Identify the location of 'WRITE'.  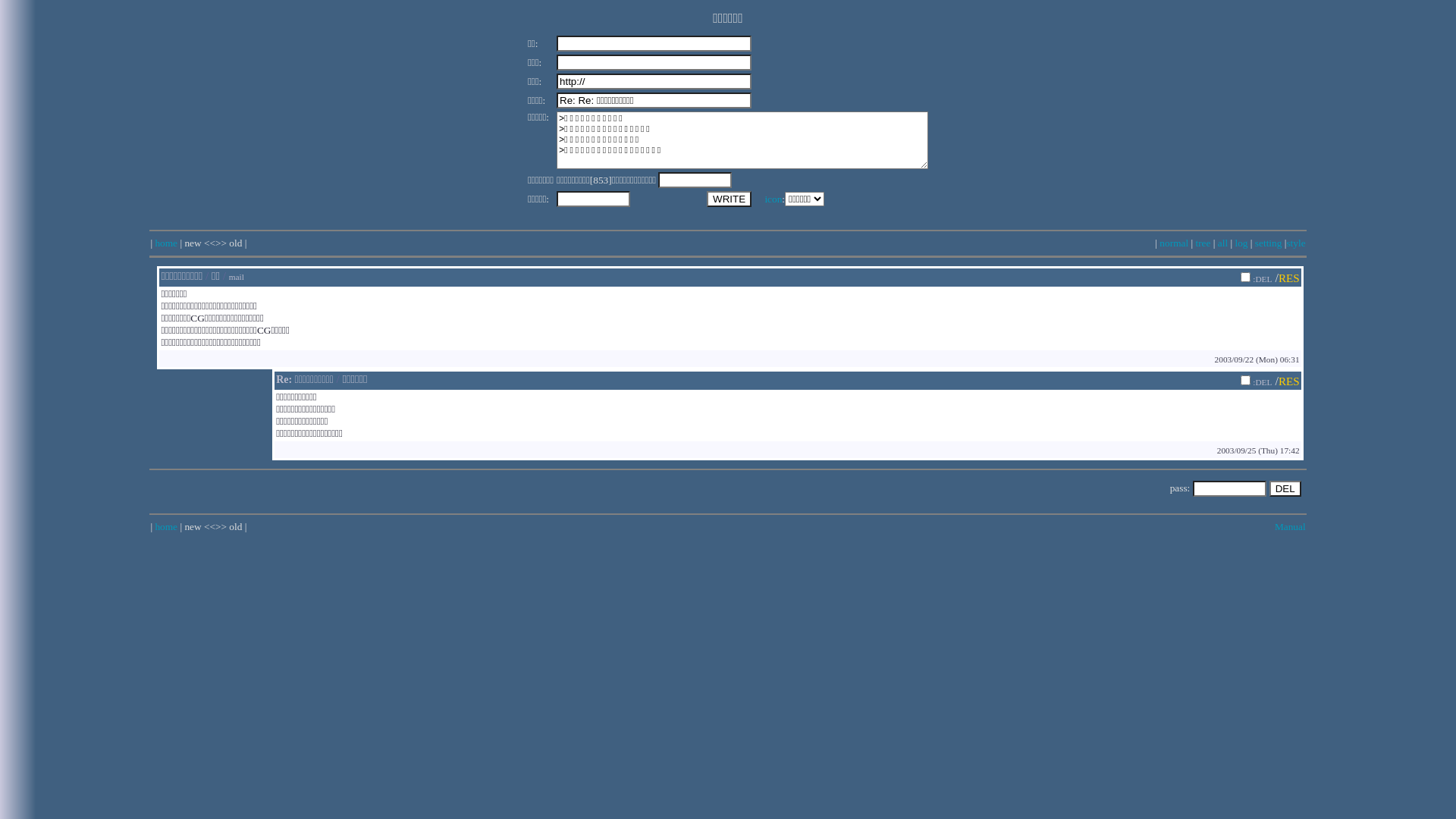
(729, 198).